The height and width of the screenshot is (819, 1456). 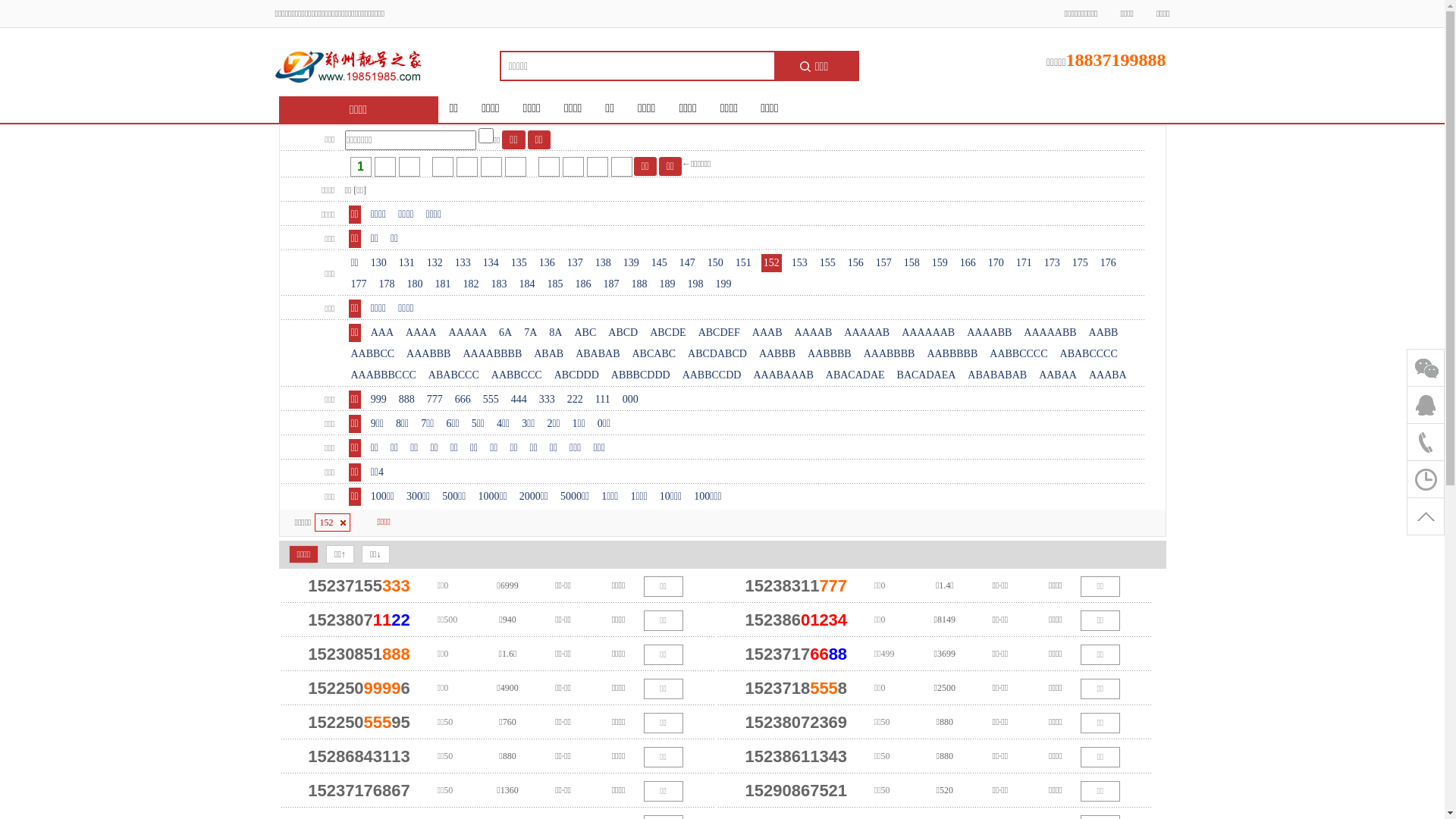 I want to click on '000', so click(x=630, y=399).